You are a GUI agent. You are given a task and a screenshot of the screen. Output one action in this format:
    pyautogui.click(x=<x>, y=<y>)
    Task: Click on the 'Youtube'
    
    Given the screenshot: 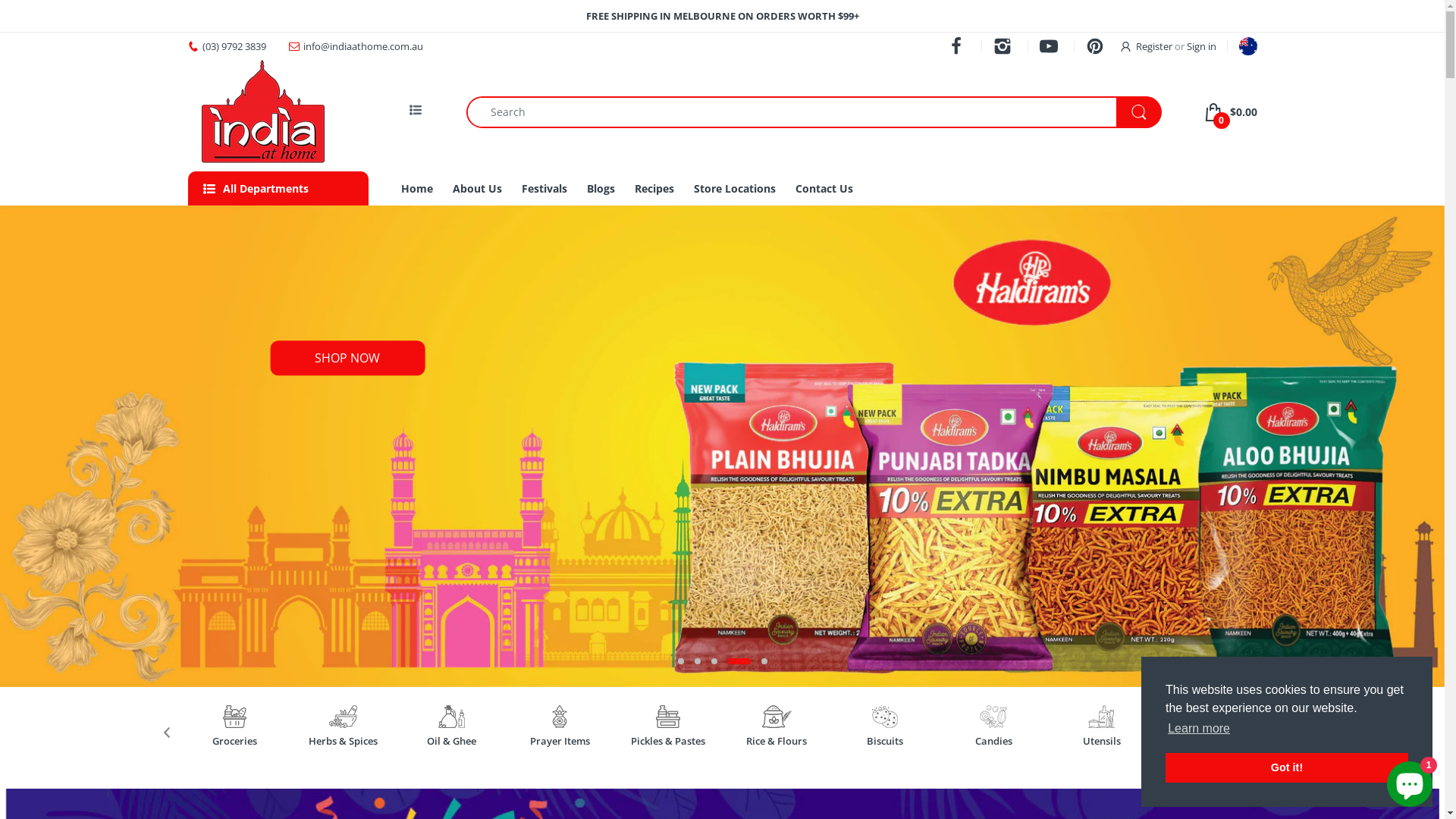 What is the action you would take?
    pyautogui.click(x=1050, y=45)
    